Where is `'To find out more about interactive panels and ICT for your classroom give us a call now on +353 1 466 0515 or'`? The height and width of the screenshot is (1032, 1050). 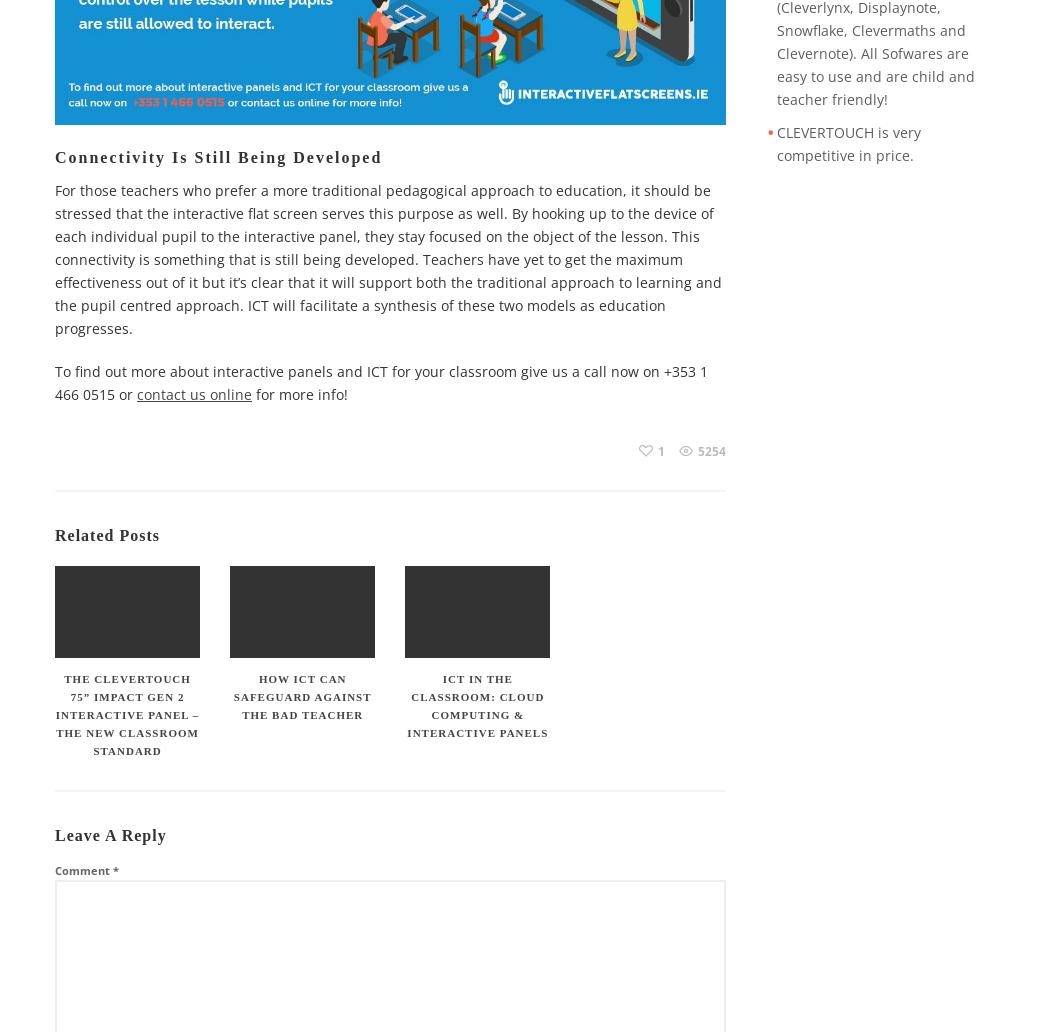
'To find out more about interactive panels and ICT for your classroom give us a call now on +353 1 466 0515 or' is located at coordinates (381, 382).